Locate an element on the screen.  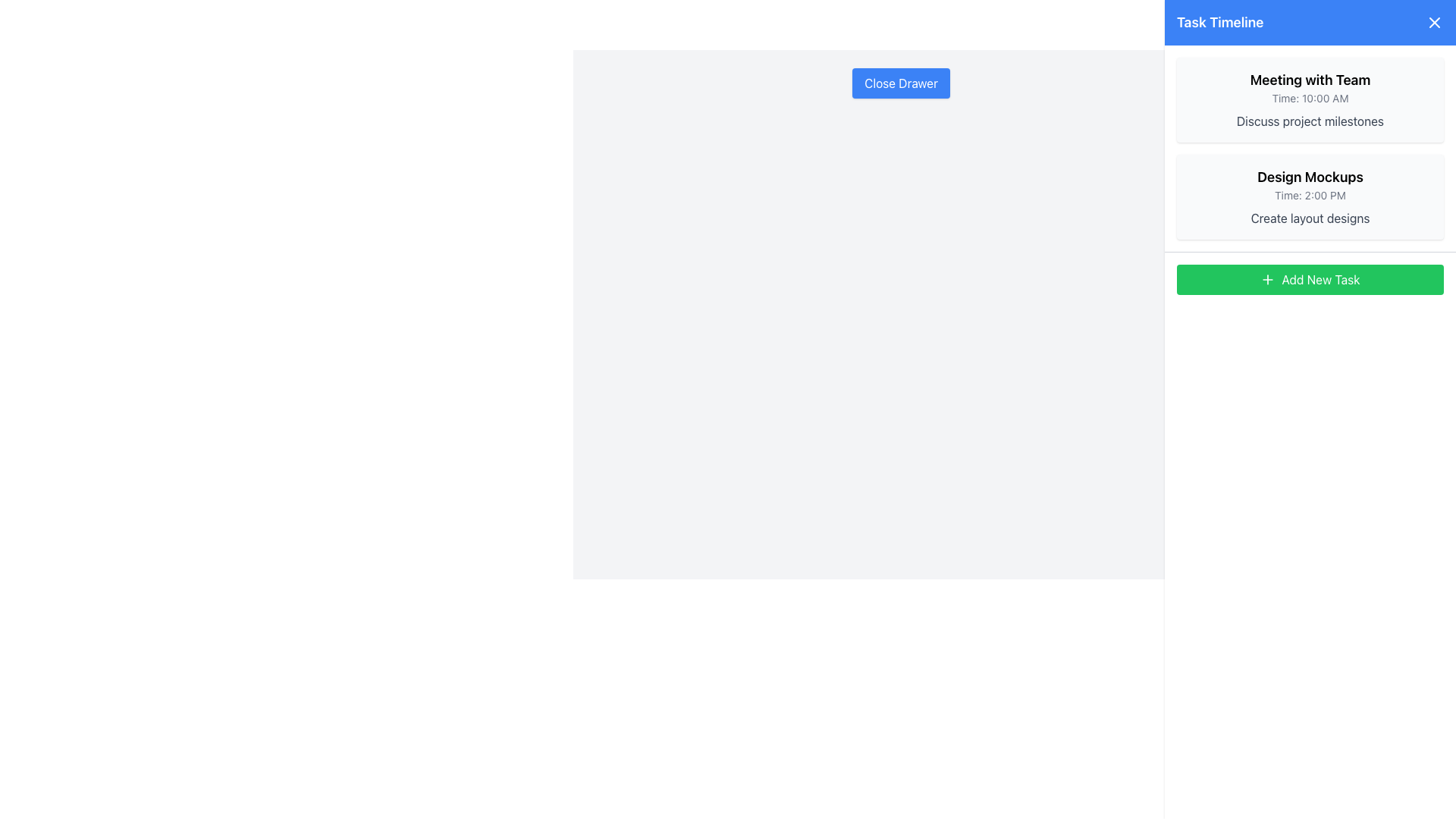
the second task summary card in the sidebar is located at coordinates (1310, 196).